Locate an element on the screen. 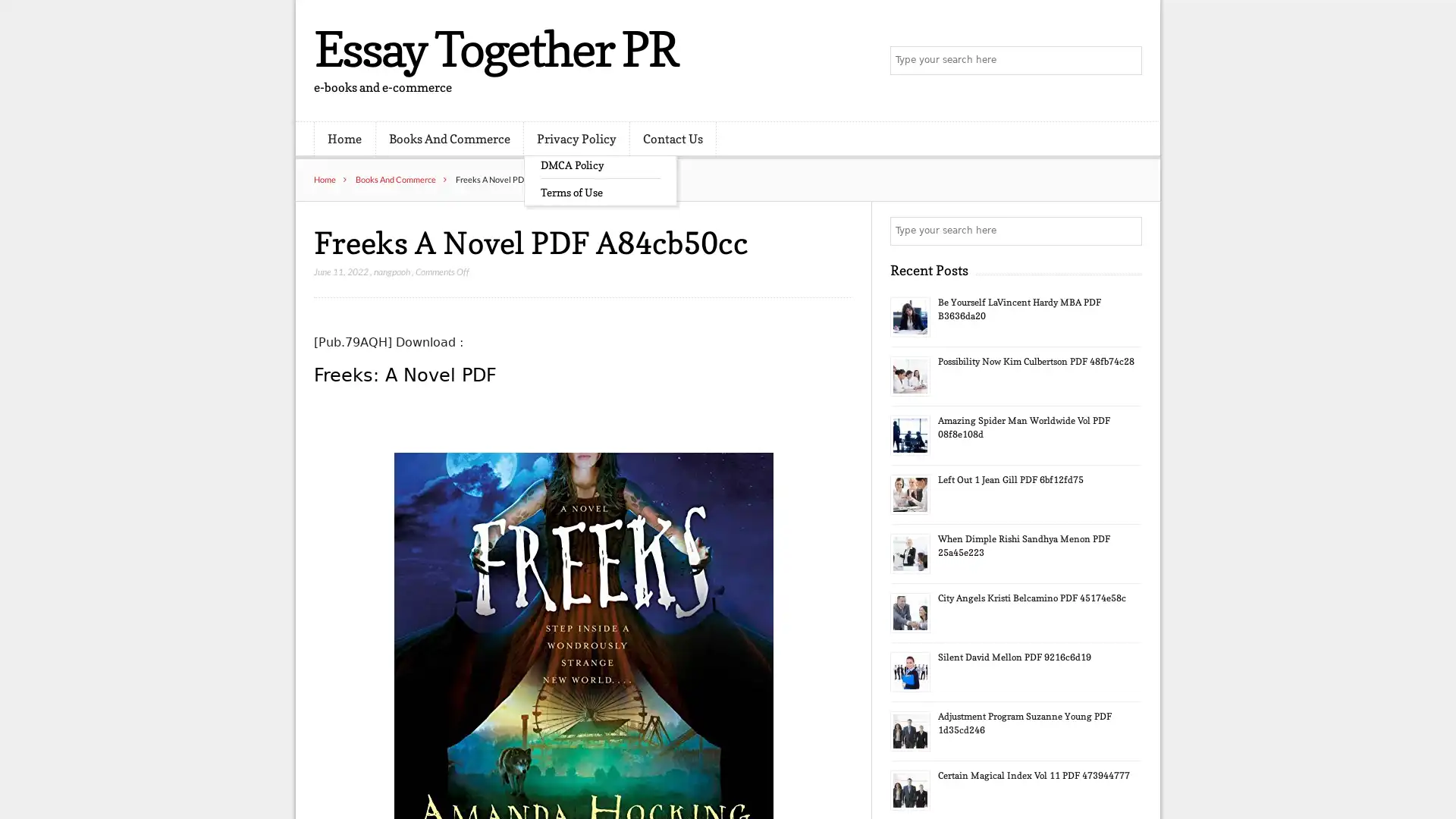 This screenshot has height=819, width=1456. Search is located at coordinates (1126, 231).